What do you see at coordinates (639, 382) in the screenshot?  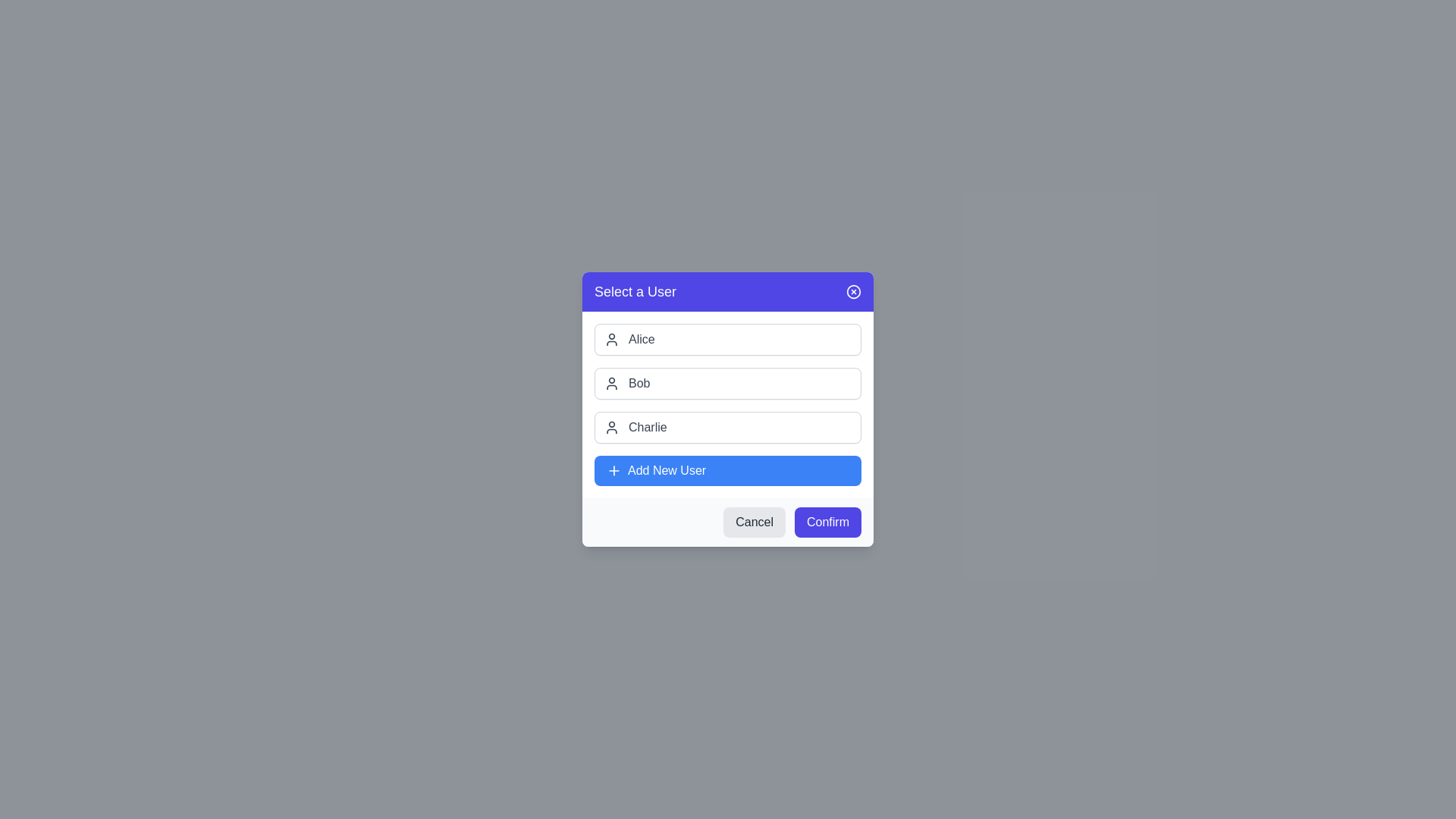 I see `the text label displaying the name 'Bob', which is part of a user selection panel and is centrally positioned within a rectangular area, located to the right of a user icon` at bounding box center [639, 382].